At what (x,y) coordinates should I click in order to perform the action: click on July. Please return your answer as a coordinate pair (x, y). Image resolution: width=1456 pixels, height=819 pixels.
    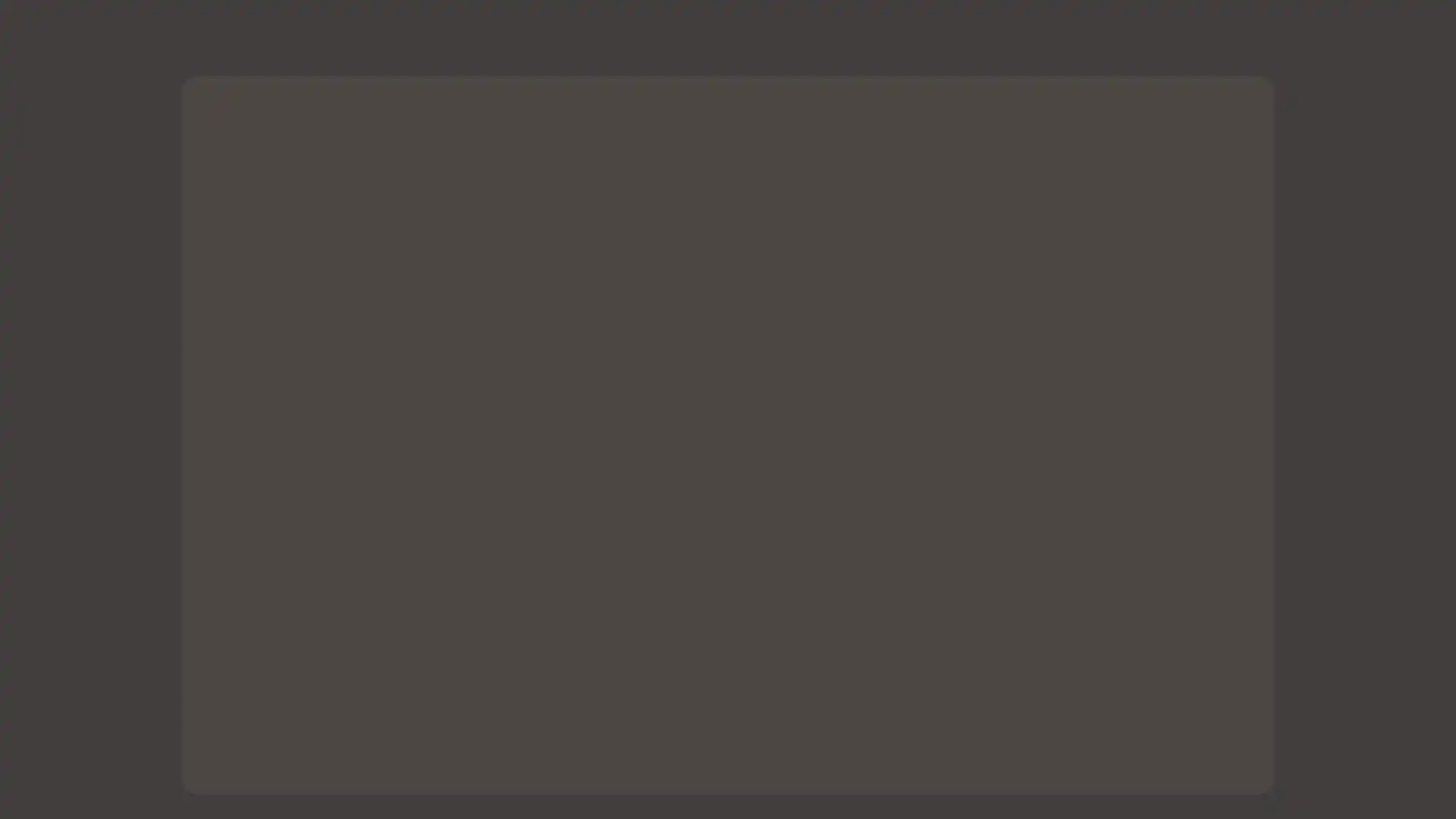
    Looking at the image, I should click on (689, 714).